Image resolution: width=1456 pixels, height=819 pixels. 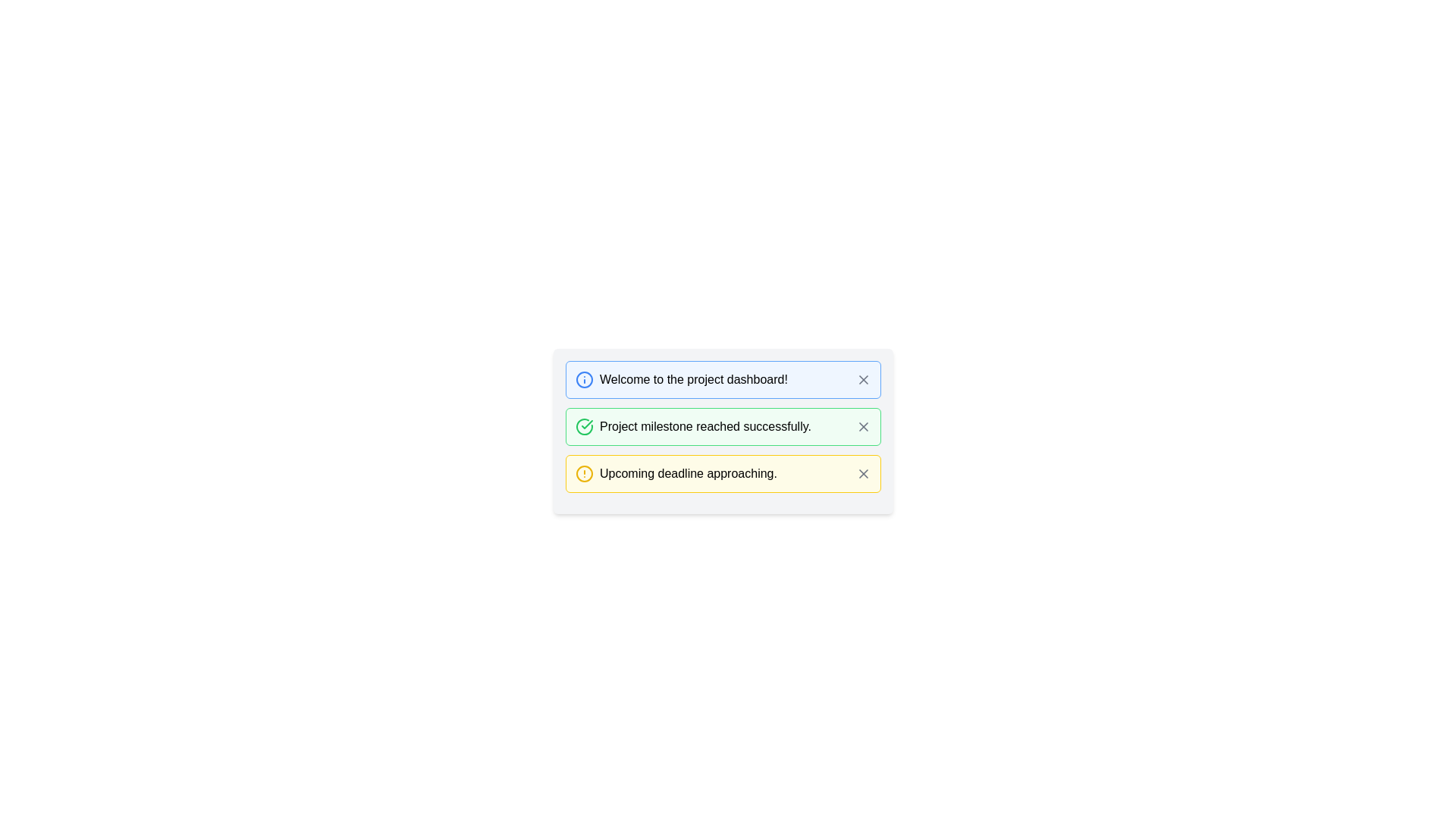 I want to click on the alert icon located to the left of the text 'Upcoming deadline approaching' in the third notification entry, so click(x=584, y=472).